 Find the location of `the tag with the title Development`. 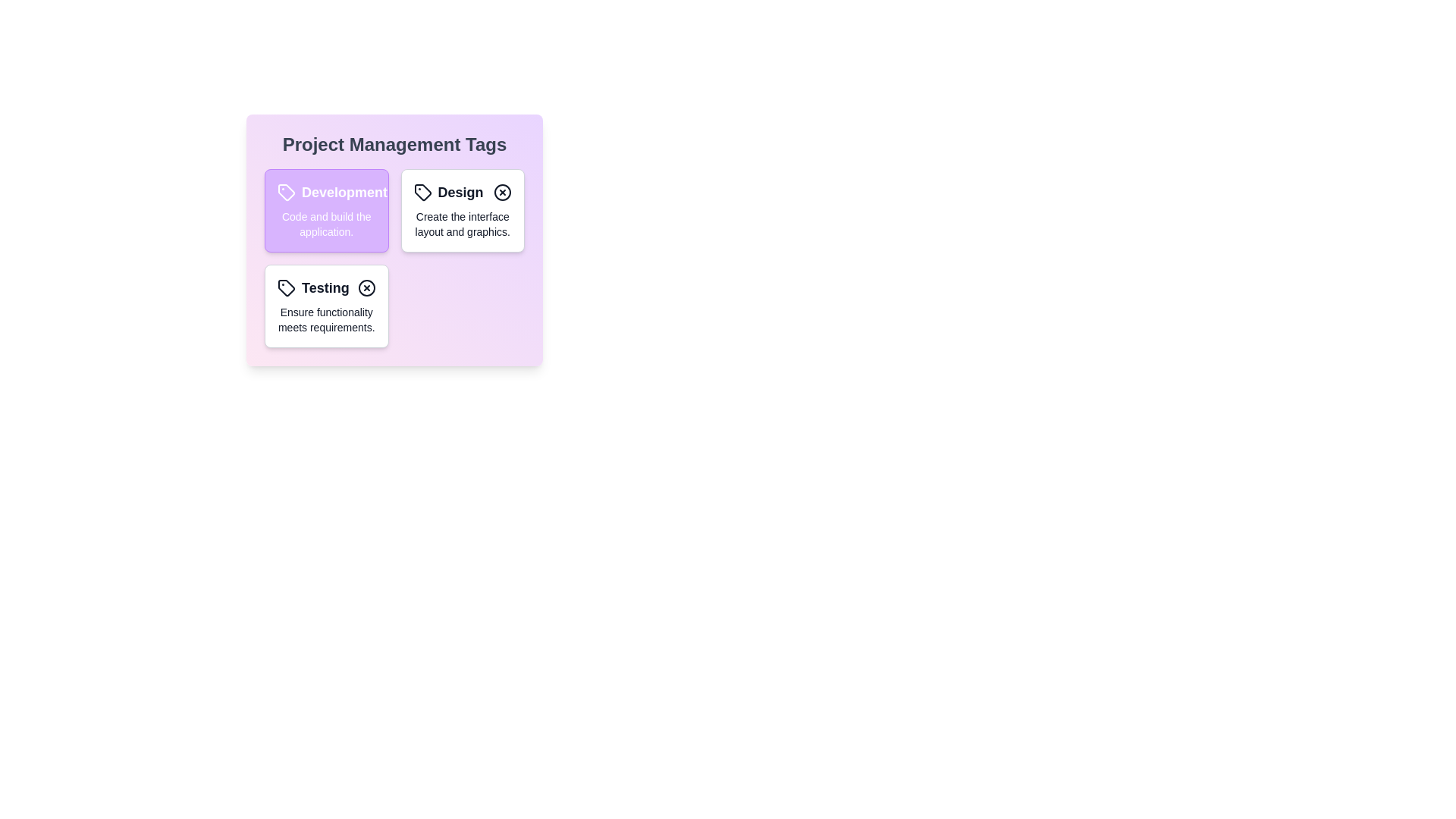

the tag with the title Development is located at coordinates (325, 192).